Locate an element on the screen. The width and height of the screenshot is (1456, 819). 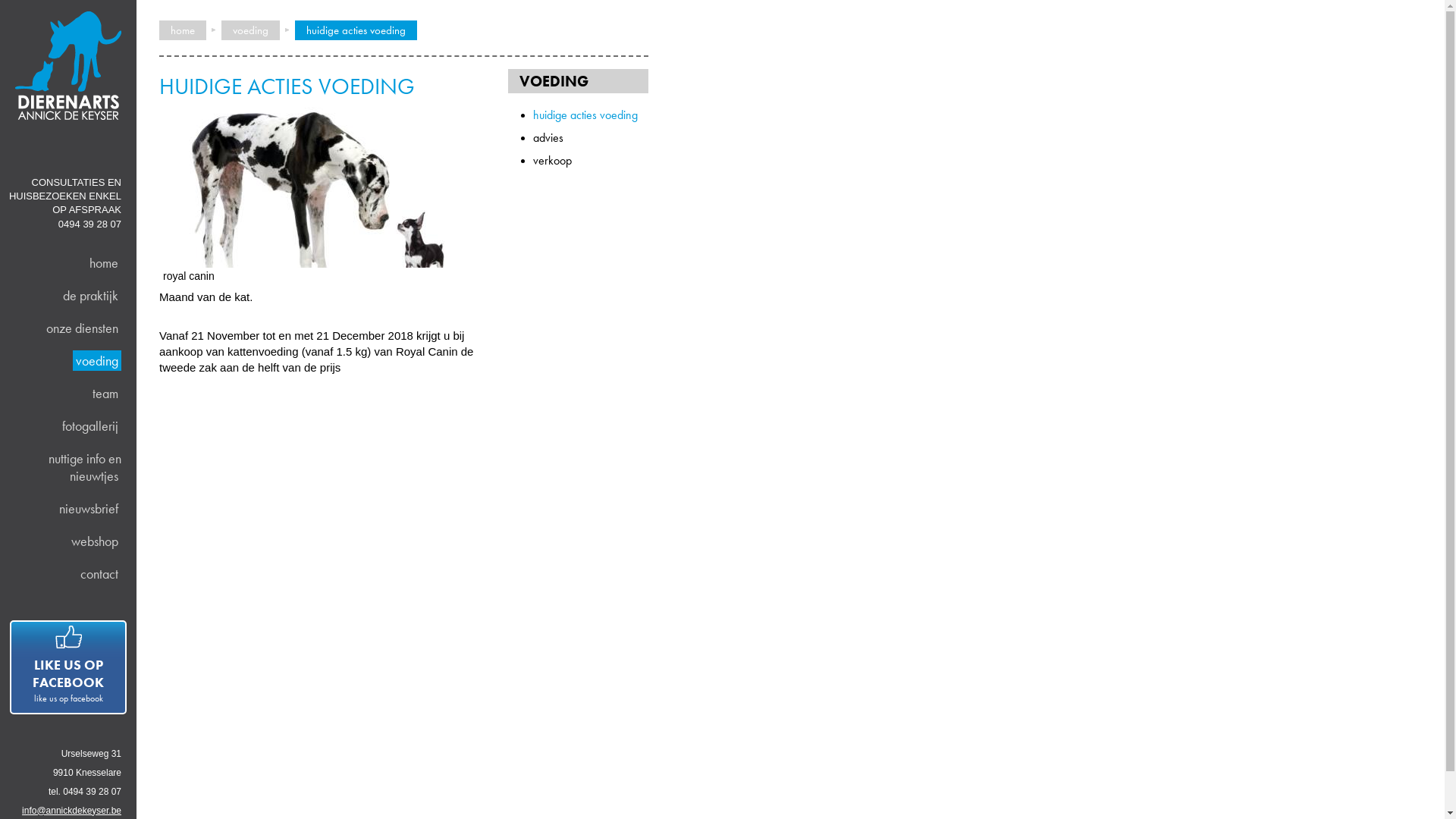
'huidige acties voeding' is located at coordinates (584, 114).